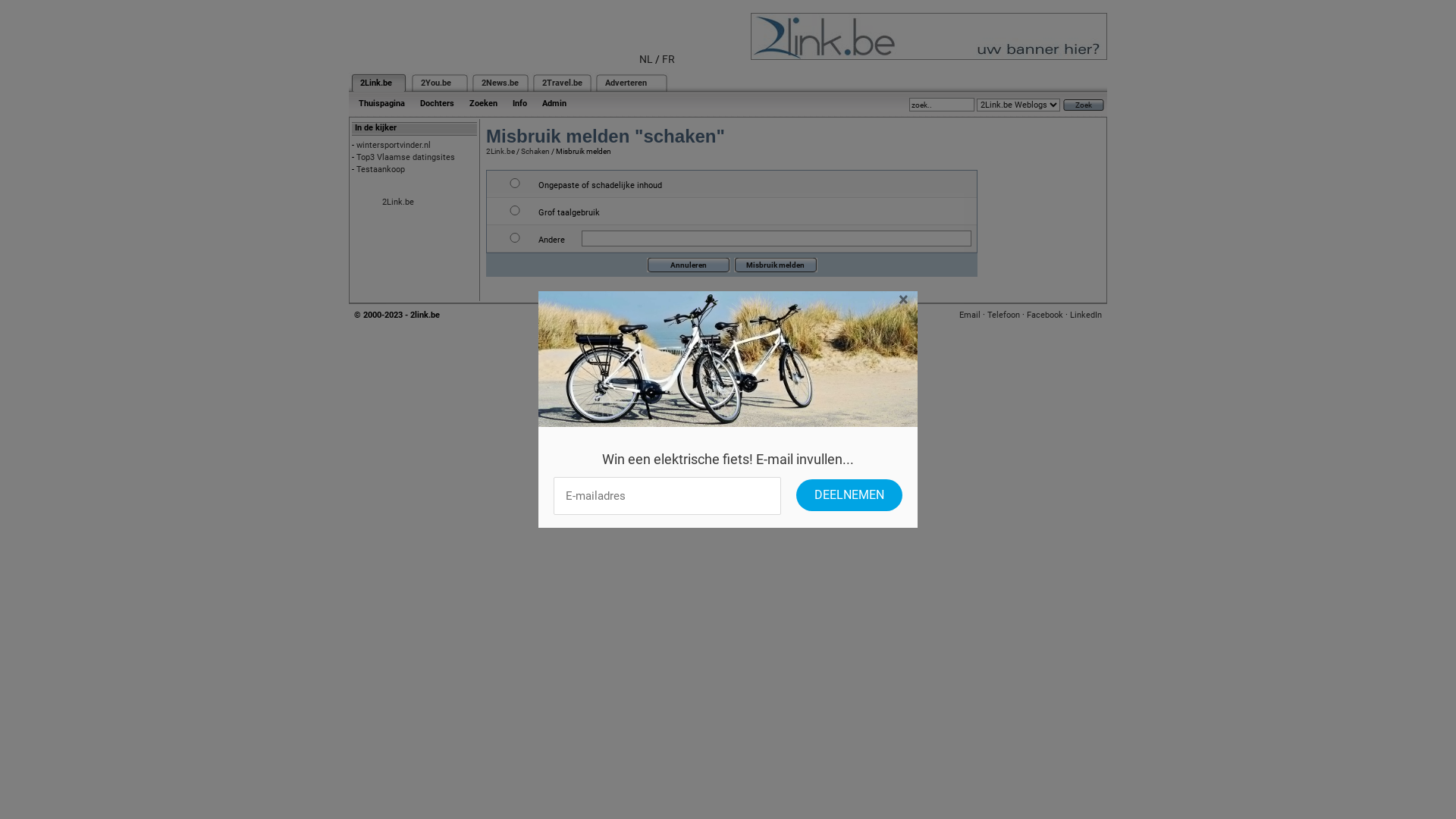 This screenshot has width=1456, height=819. I want to click on '2Link.be', so click(359, 83).